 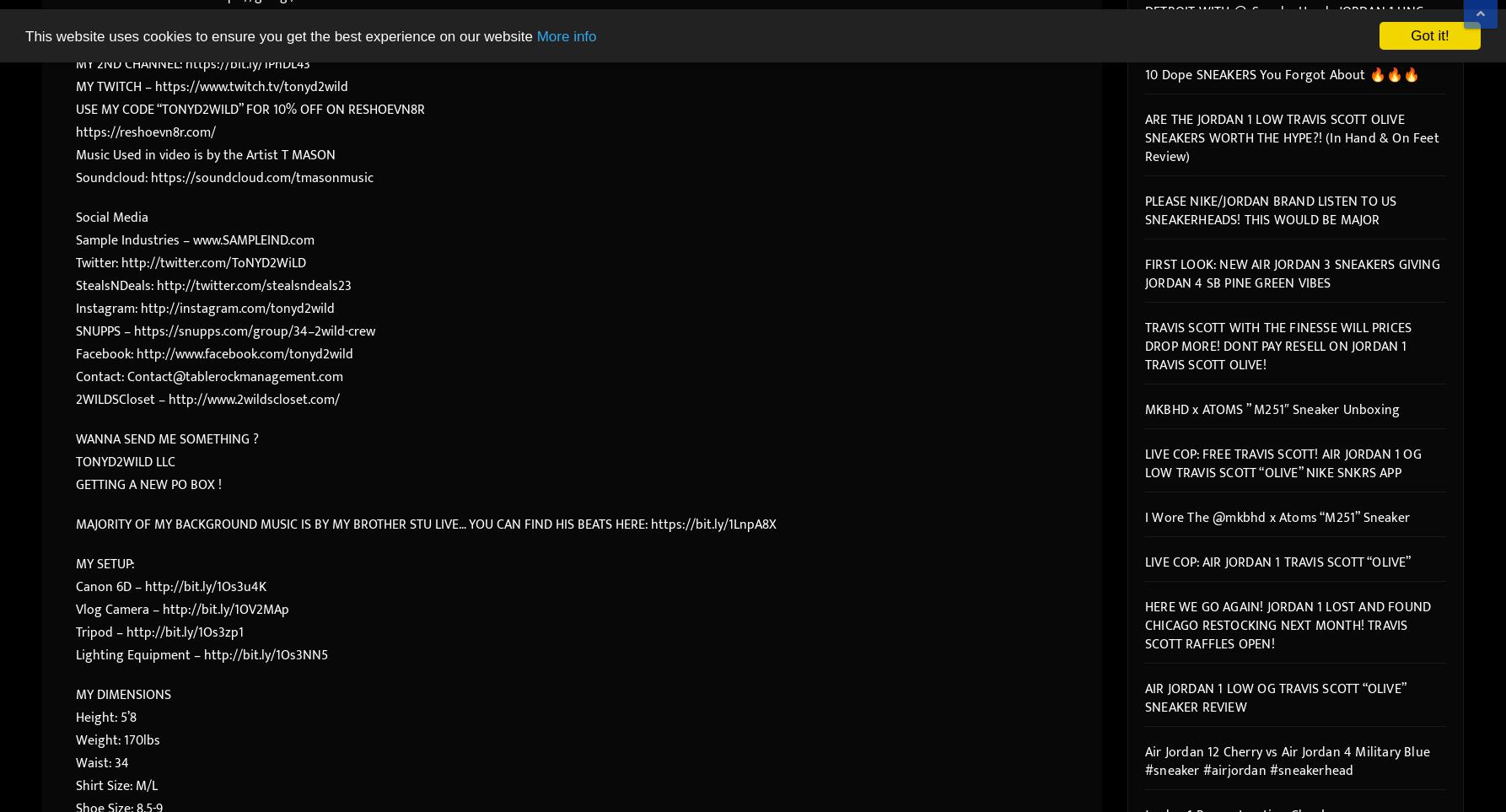 I want to click on 'MKBHD x ATOMS ” M251″ Sneaker Unboxing', so click(x=1144, y=409).